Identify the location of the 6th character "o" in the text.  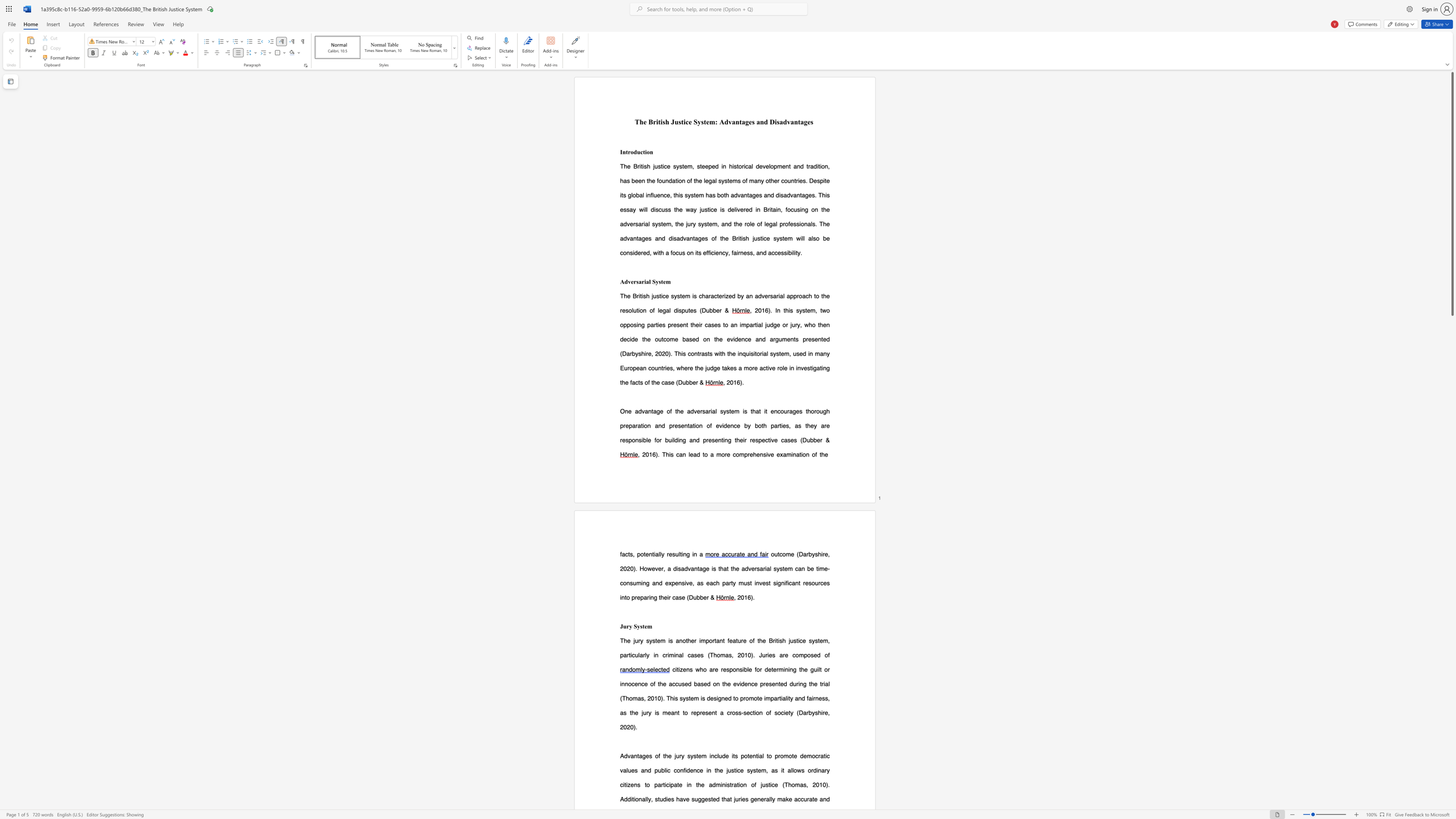
(813, 755).